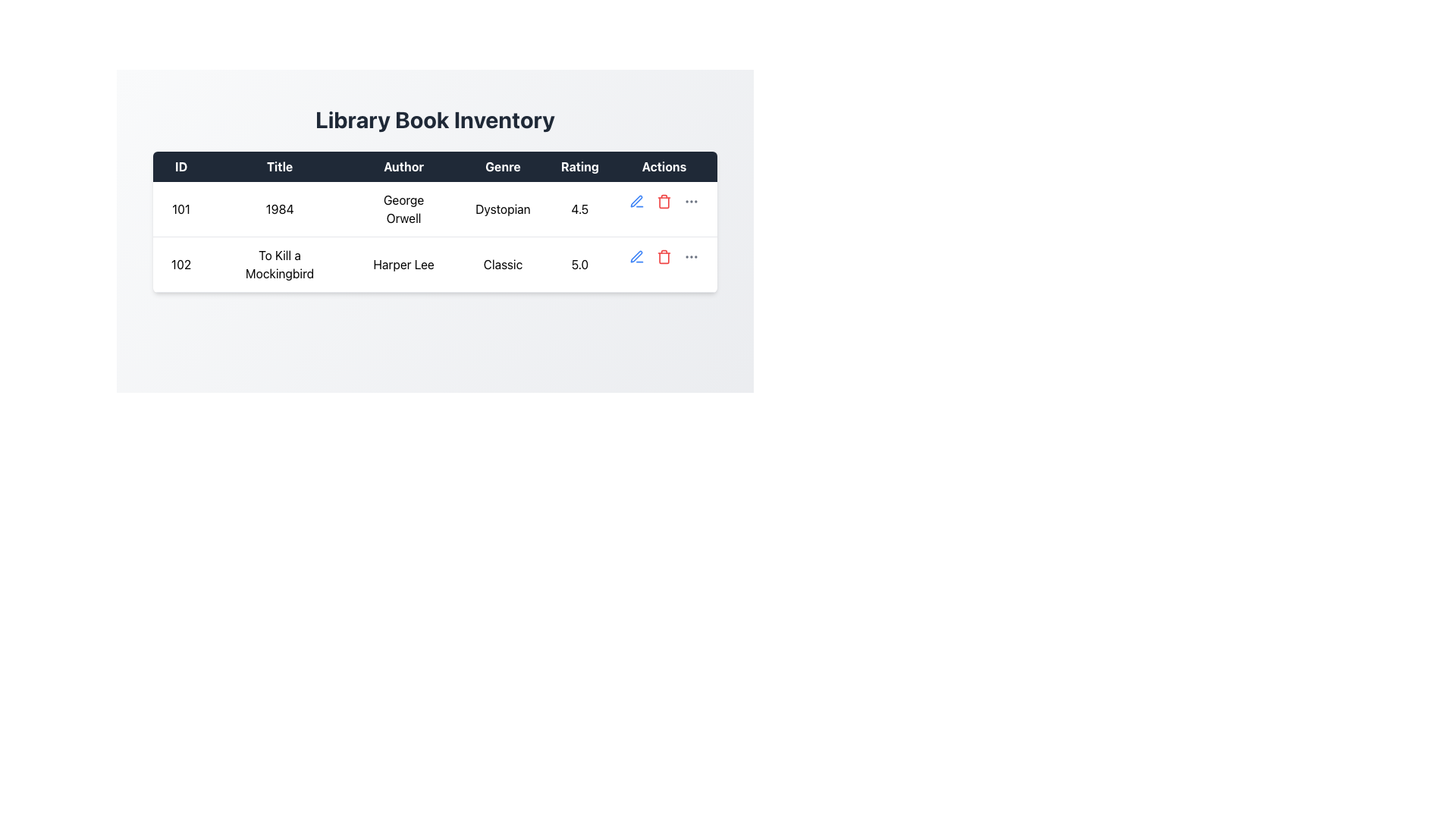 This screenshot has height=819, width=1456. What do you see at coordinates (691, 199) in the screenshot?
I see `the ellipsis icon button located in the last row of the table under the 'Actions' column, which consists of three dots arranged horizontally` at bounding box center [691, 199].